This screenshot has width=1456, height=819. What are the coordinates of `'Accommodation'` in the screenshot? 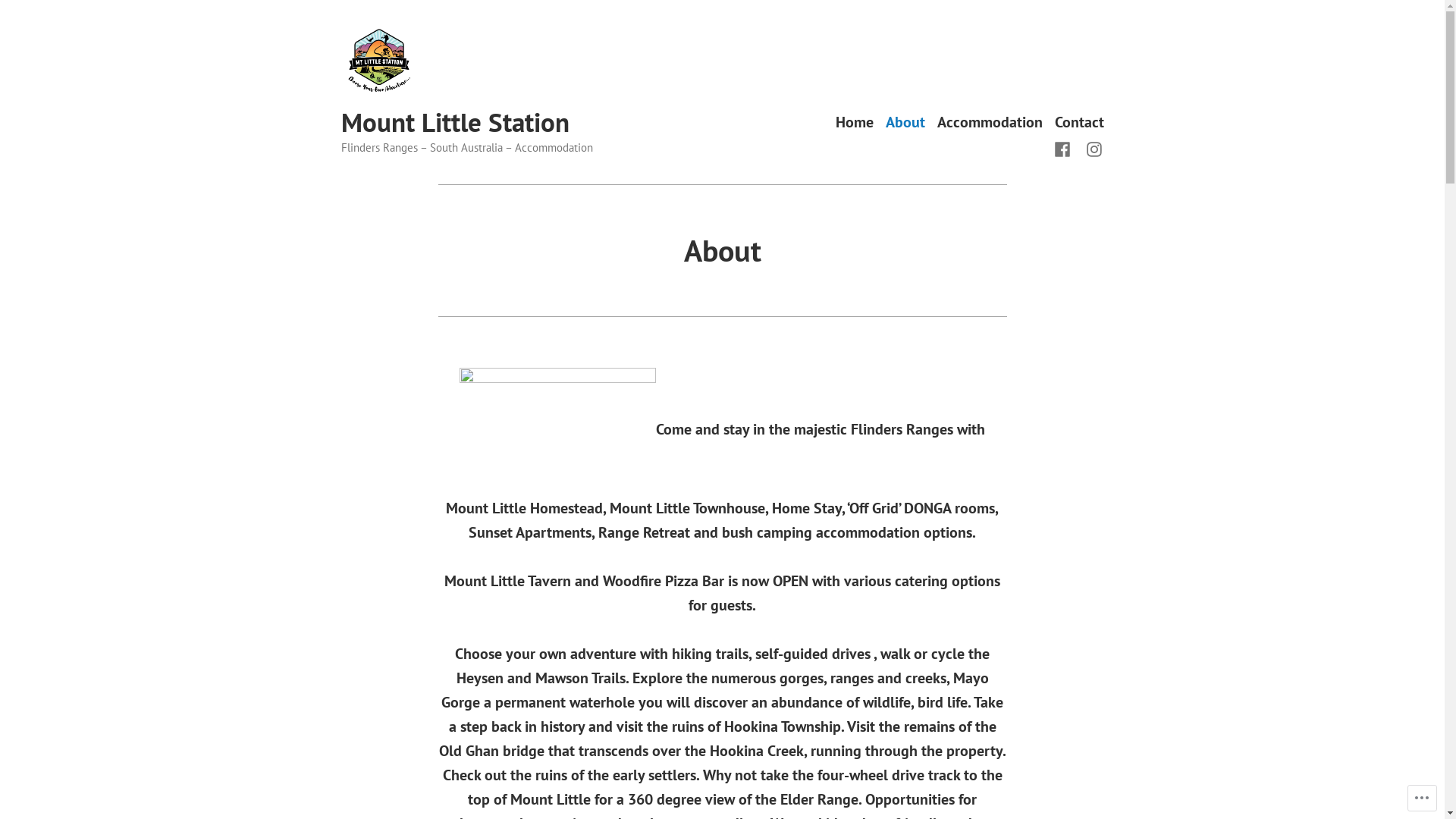 It's located at (990, 121).